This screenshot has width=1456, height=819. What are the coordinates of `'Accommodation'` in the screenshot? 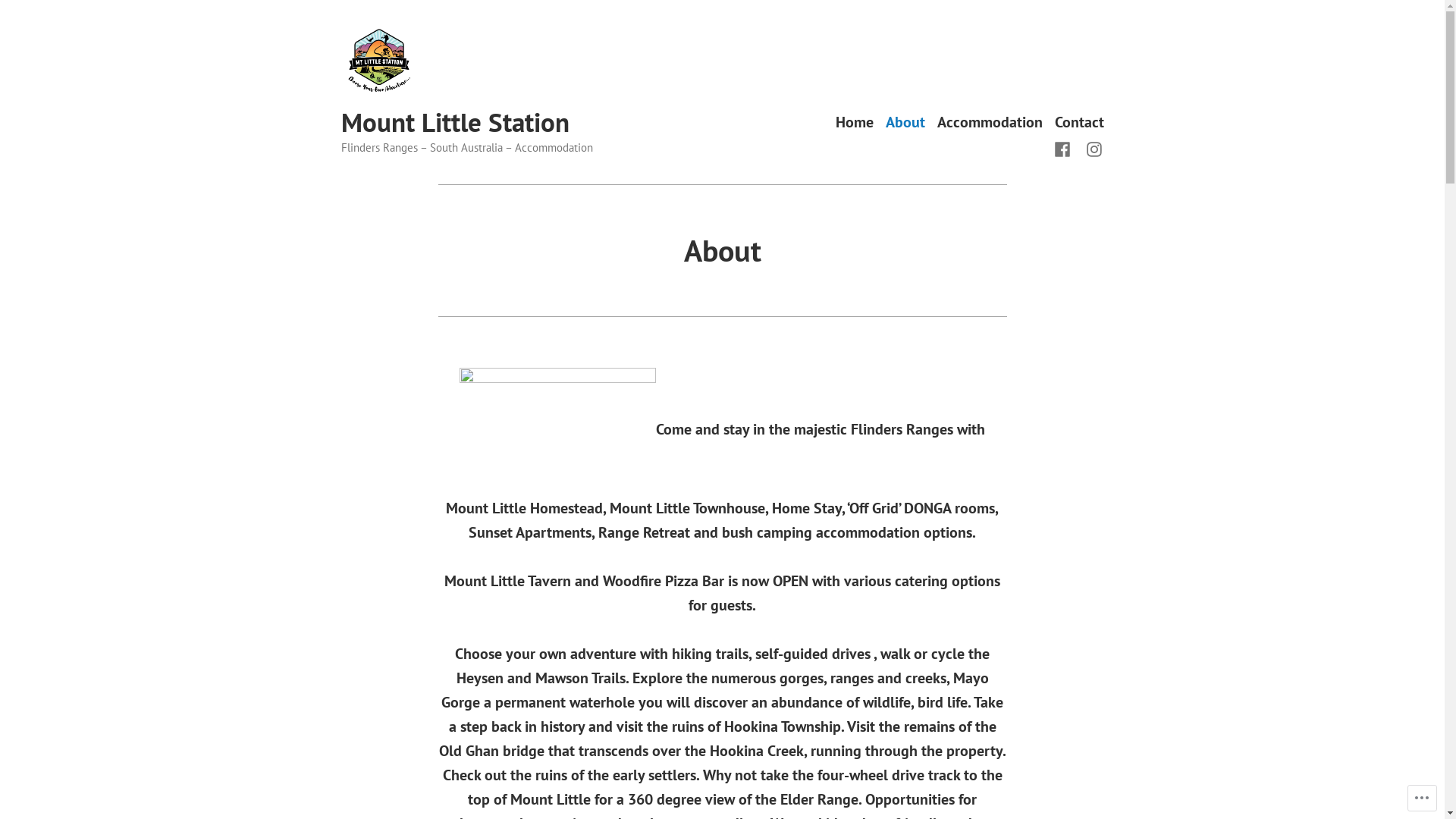 It's located at (990, 121).